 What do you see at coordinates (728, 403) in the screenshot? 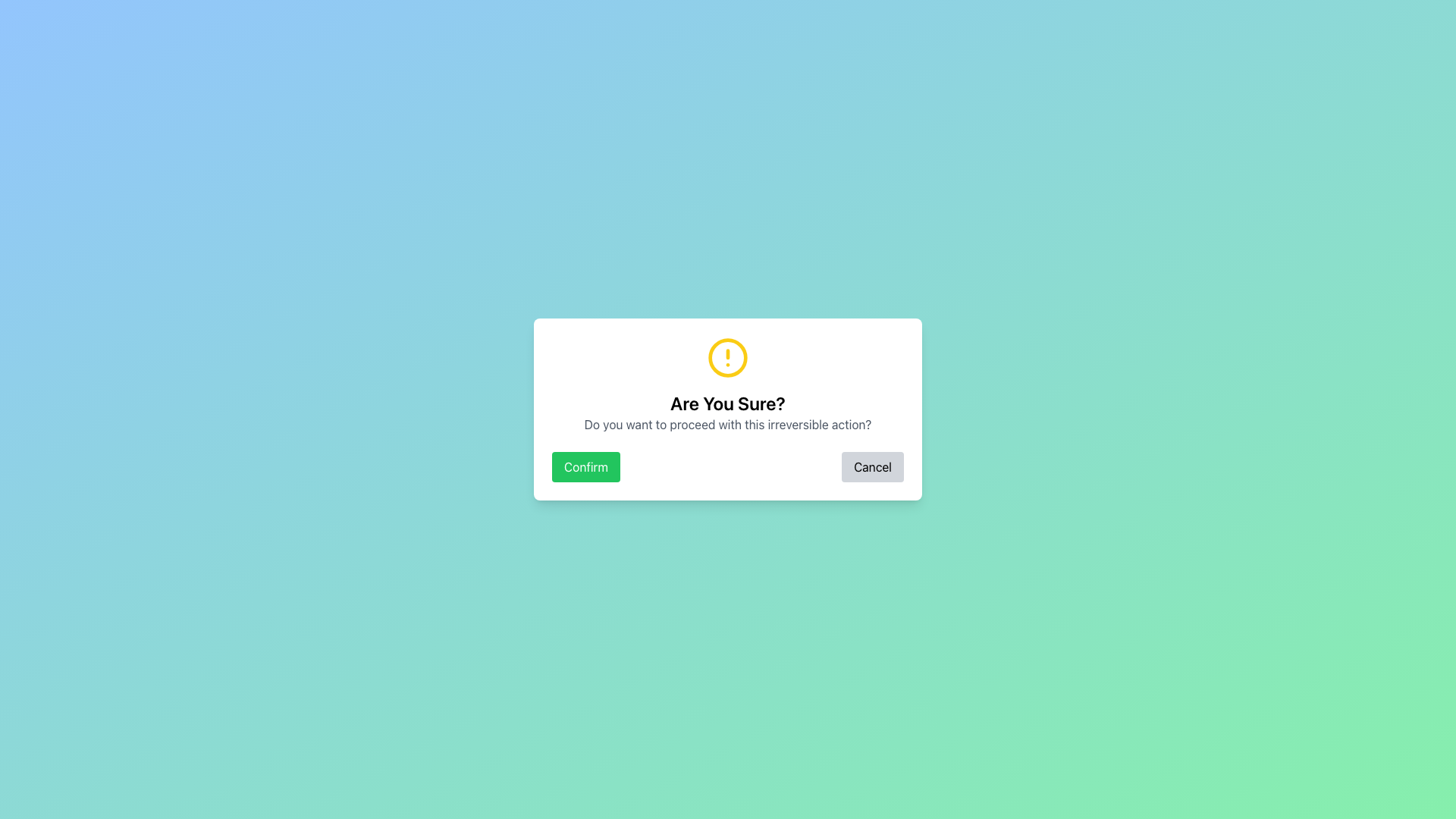
I see `text header displaying 'Are You Sure?' which is bold and large, centered within the modal content, and positioned above a description text and below a warning icon` at bounding box center [728, 403].